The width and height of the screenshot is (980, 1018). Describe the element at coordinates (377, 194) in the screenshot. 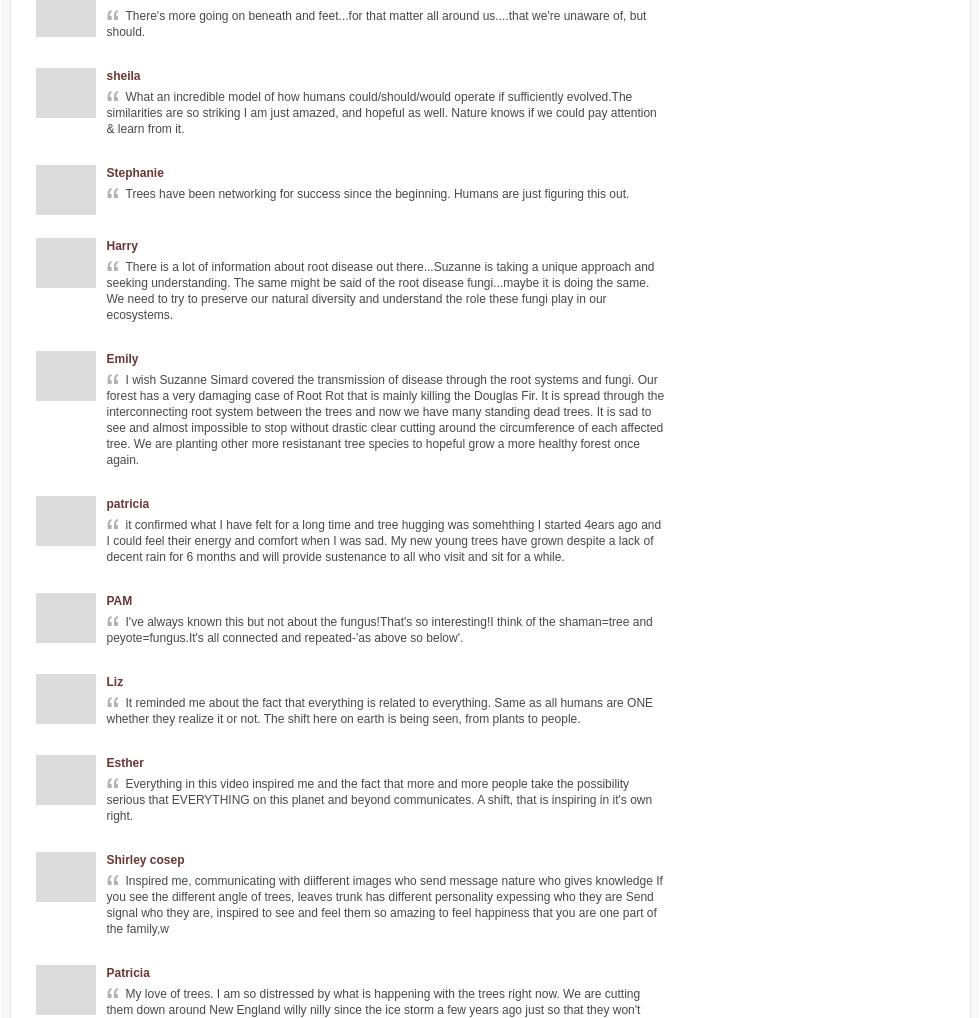

I see `'Trees have been networking for success since the beginning. Humans are just figuring this out.'` at that location.